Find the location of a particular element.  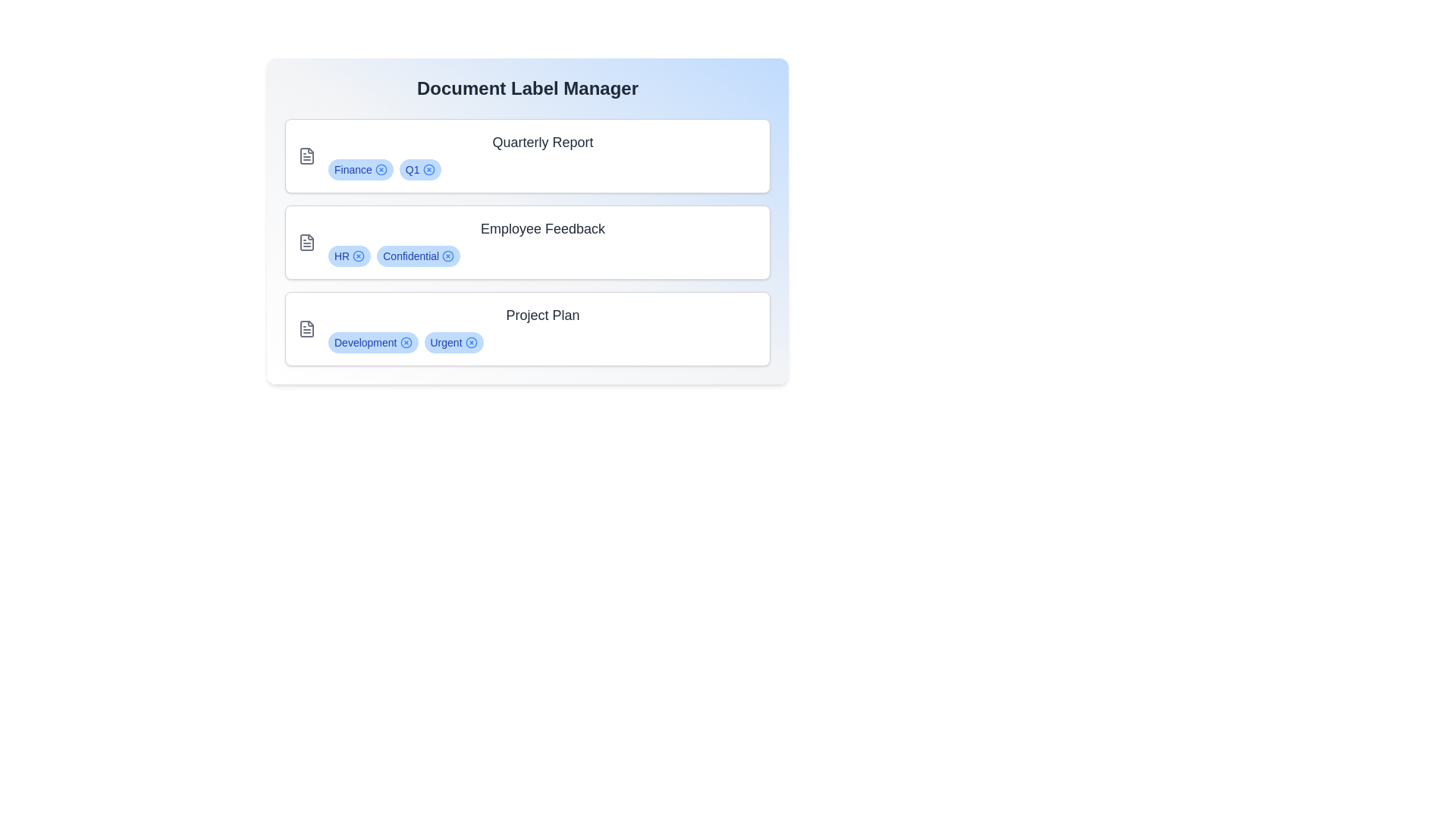

the label Finance from the document Quarterly Report is located at coordinates (381, 169).